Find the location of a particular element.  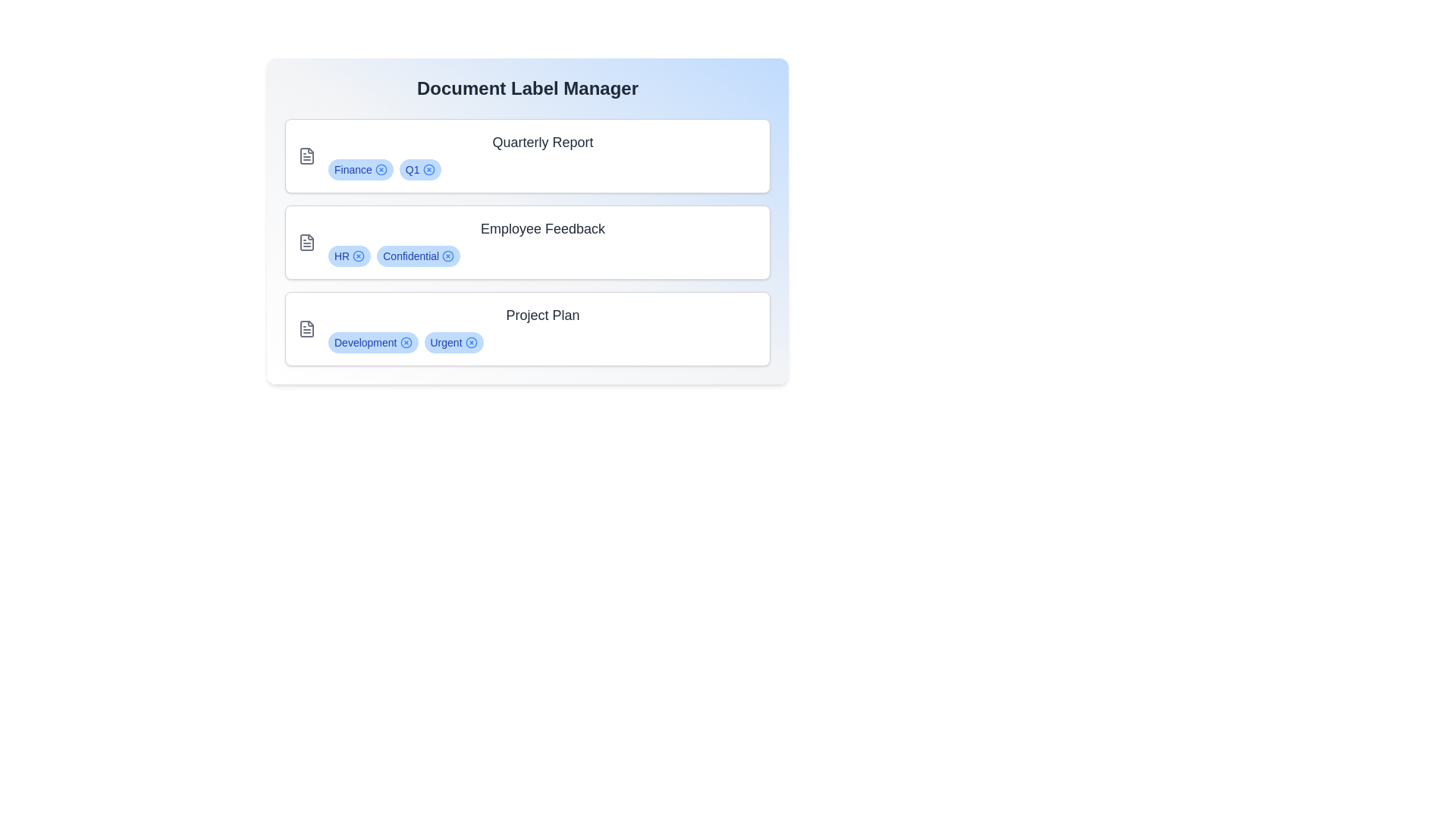

the label Finance from the document Quarterly Report is located at coordinates (381, 169).